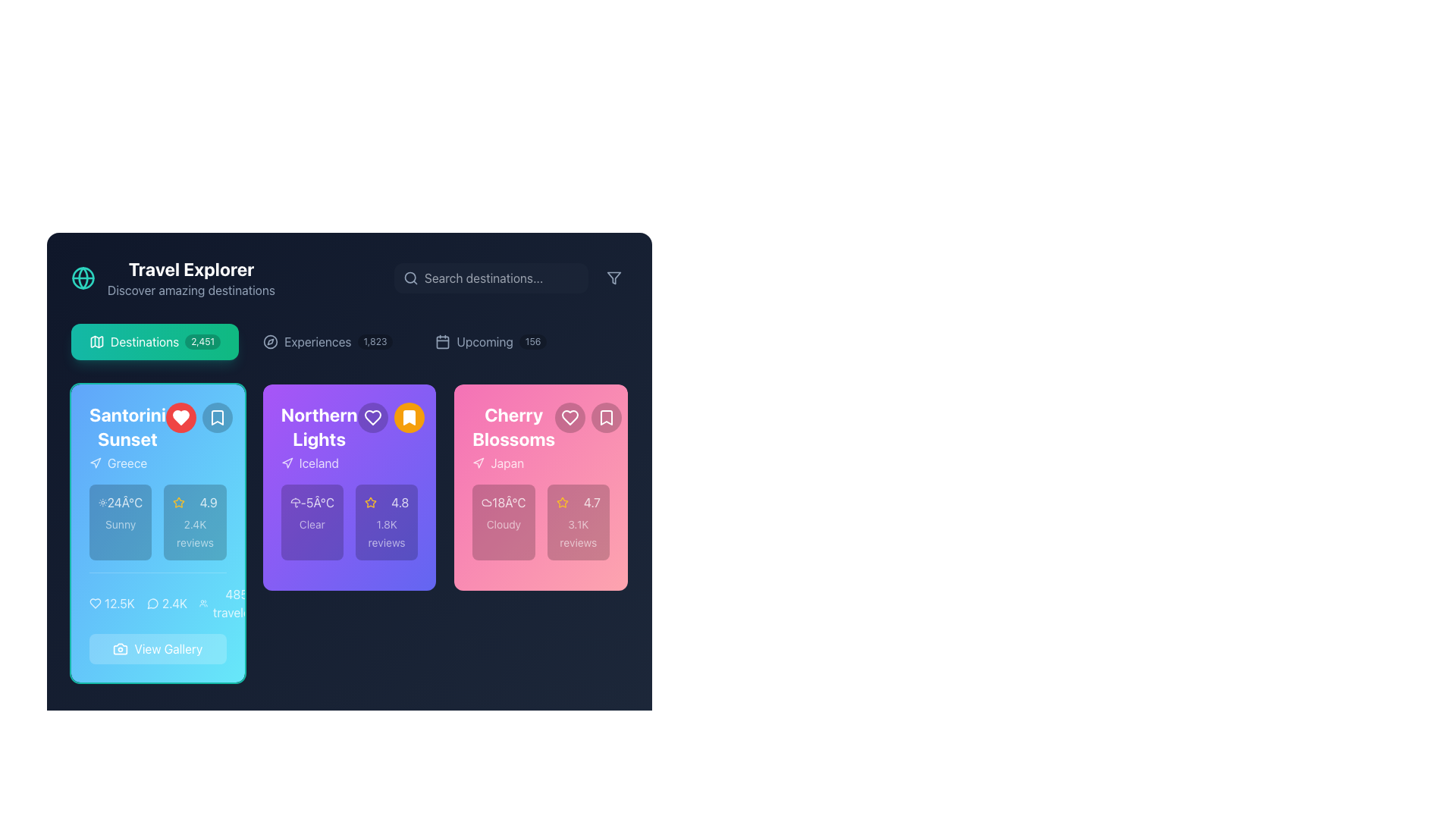 This screenshot has width=1456, height=819. Describe the element at coordinates (570, 418) in the screenshot. I see `the left circular button to favorite or like the Cherry Blossoms card located in the top-right corner of the pink card` at that location.